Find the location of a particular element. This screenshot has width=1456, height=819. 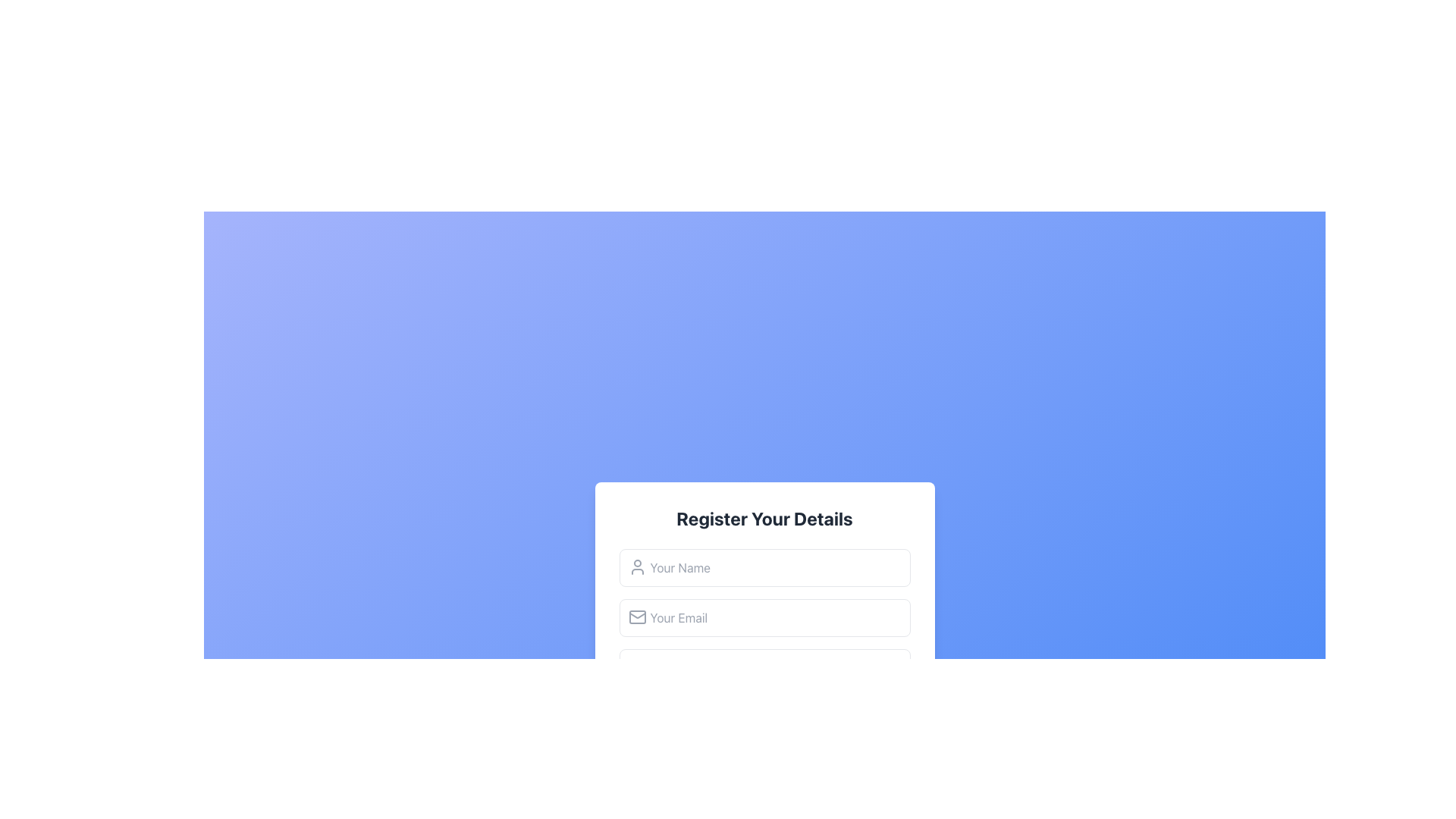

the email input field is located at coordinates (764, 617).